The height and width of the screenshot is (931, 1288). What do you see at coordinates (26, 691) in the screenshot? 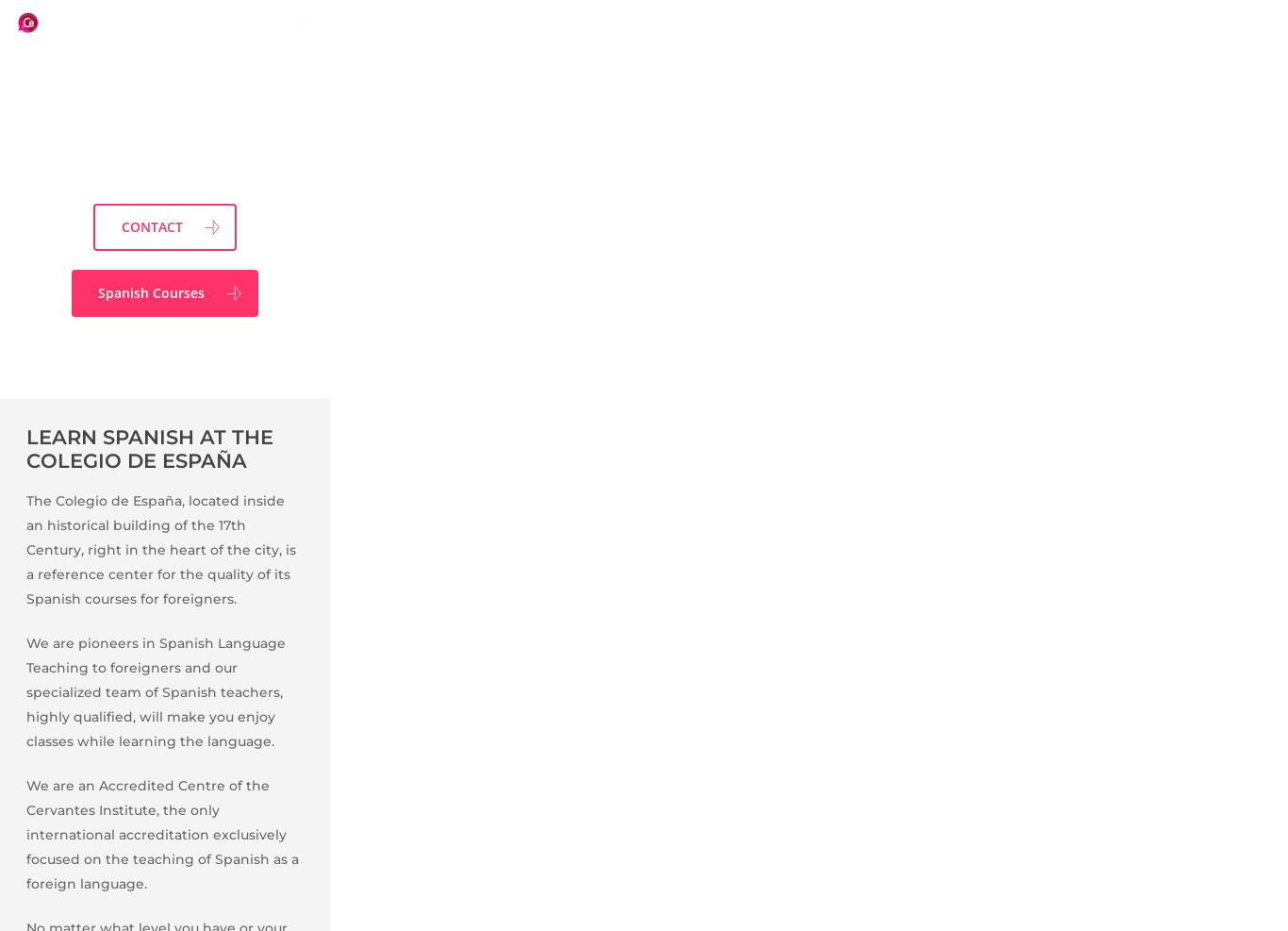
I see `'We are pioneers in Spanish Language Teaching to foreigners and our specialized team of Spanish teachers, highly qualified, will make you enjoy classes while learning the language.'` at bounding box center [26, 691].